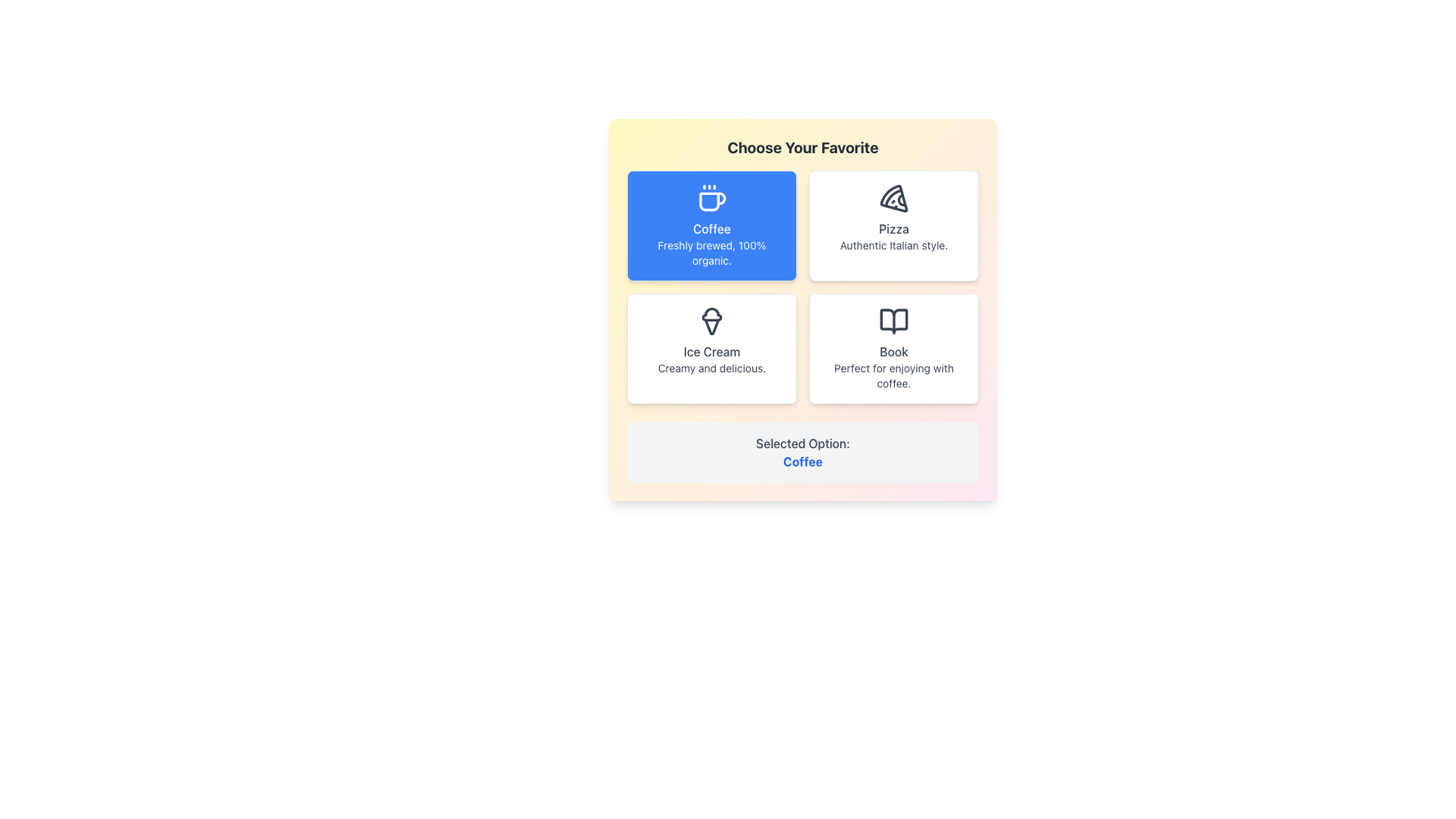 The image size is (1456, 819). Describe the element at coordinates (711, 326) in the screenshot. I see `the decorative vector graphic element representing the base of an ice cream cone in the SVG icon located in the lower central region of the third box in a 2x2 grid layout` at that location.